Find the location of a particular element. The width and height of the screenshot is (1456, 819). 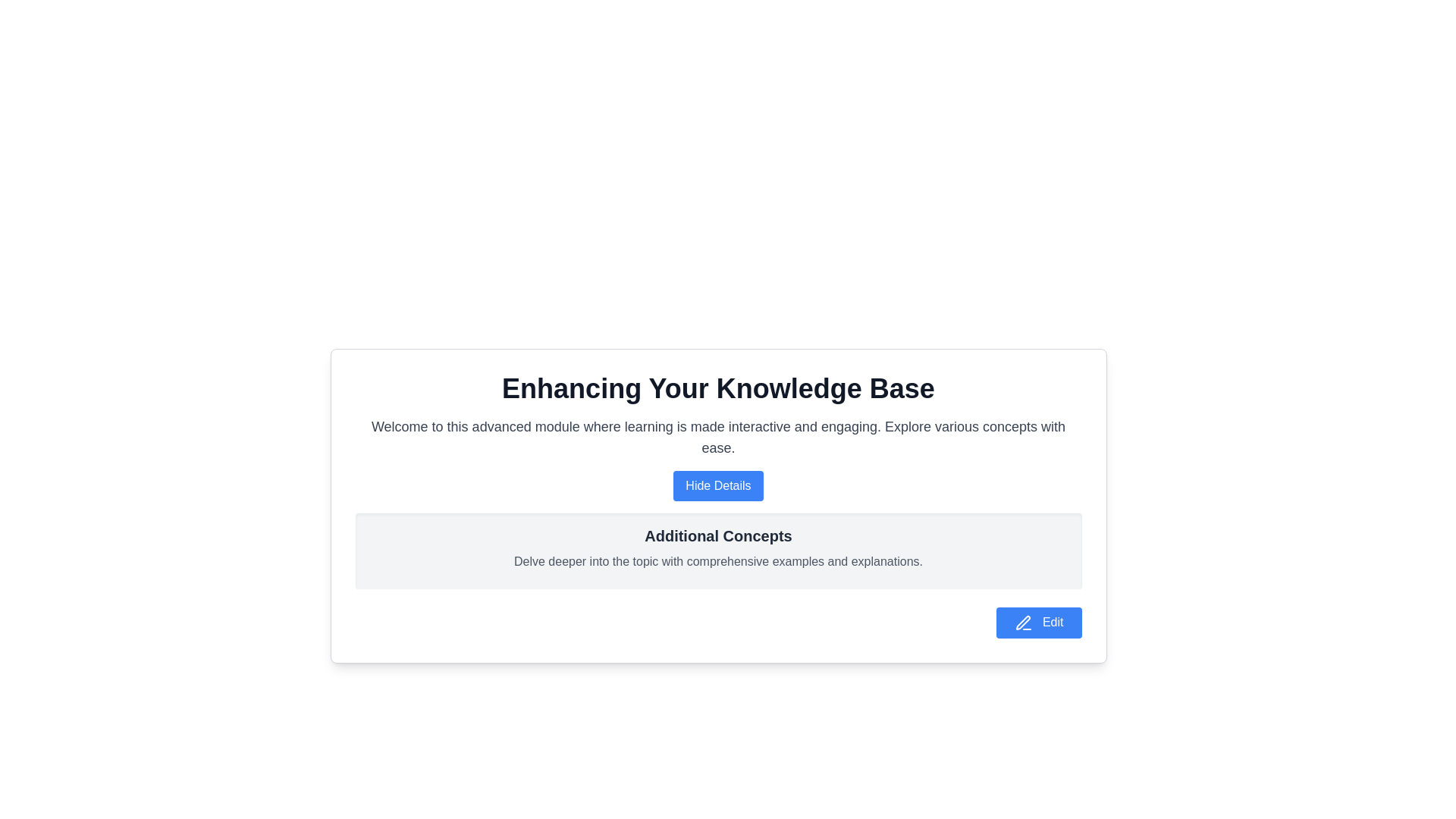

the small triangular pen nib icon located in the bottom-right corner of the white card is located at coordinates (1023, 623).